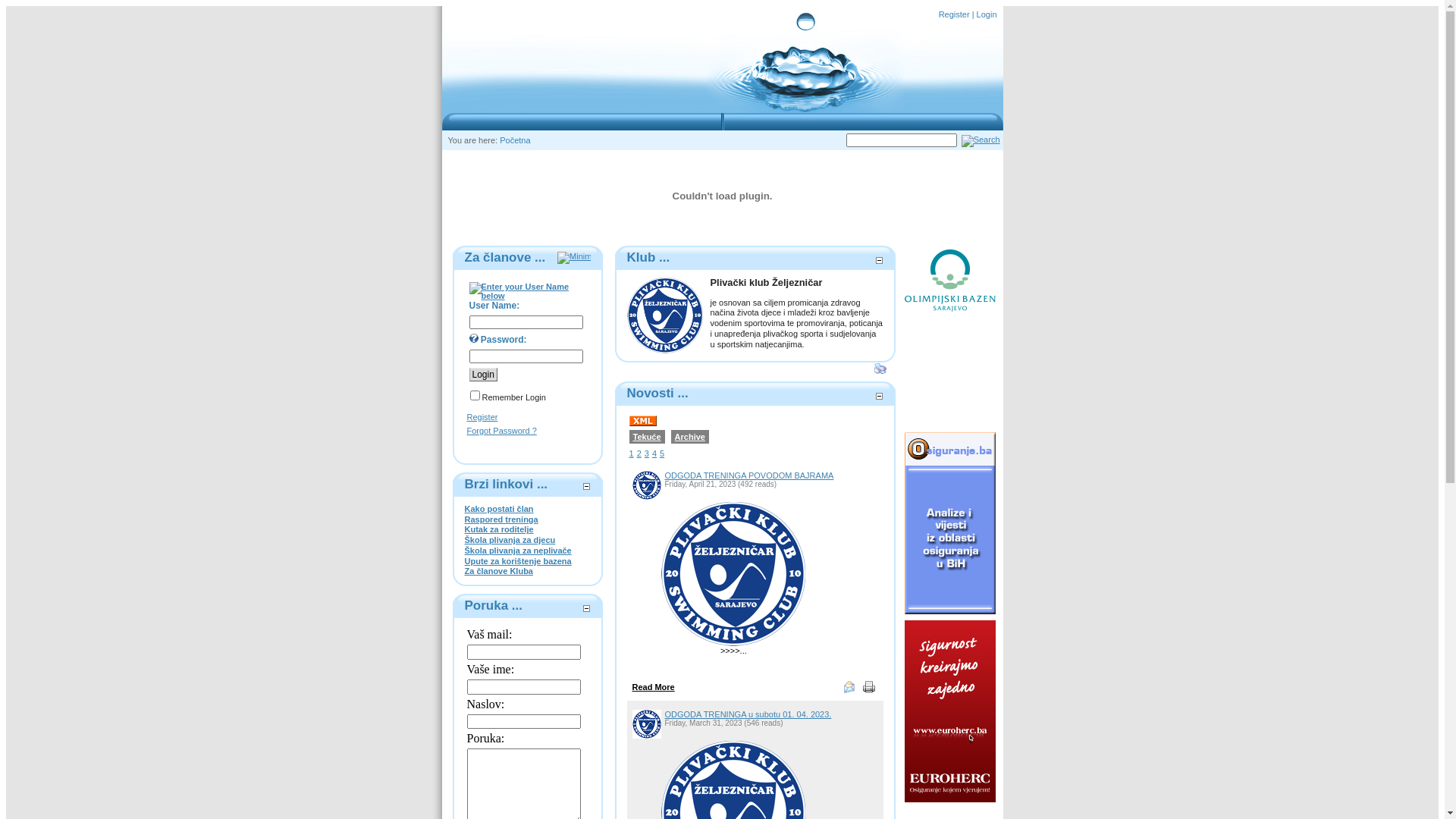 The width and height of the screenshot is (1456, 819). What do you see at coordinates (877, 393) in the screenshot?
I see `'Minimize'` at bounding box center [877, 393].